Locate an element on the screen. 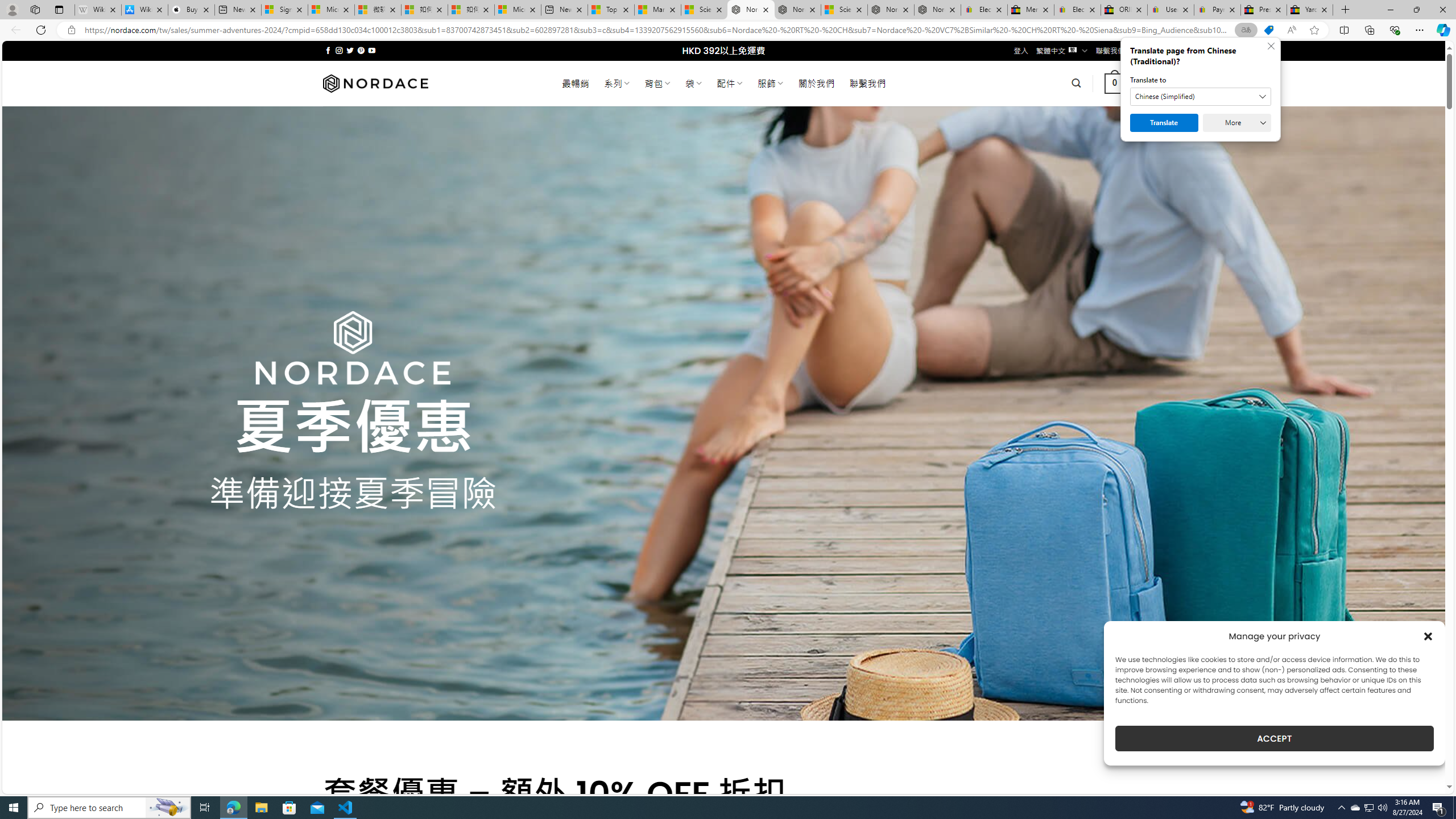 The width and height of the screenshot is (1456, 819). 'Settings and more (Alt+F)' is located at coordinates (1419, 29).